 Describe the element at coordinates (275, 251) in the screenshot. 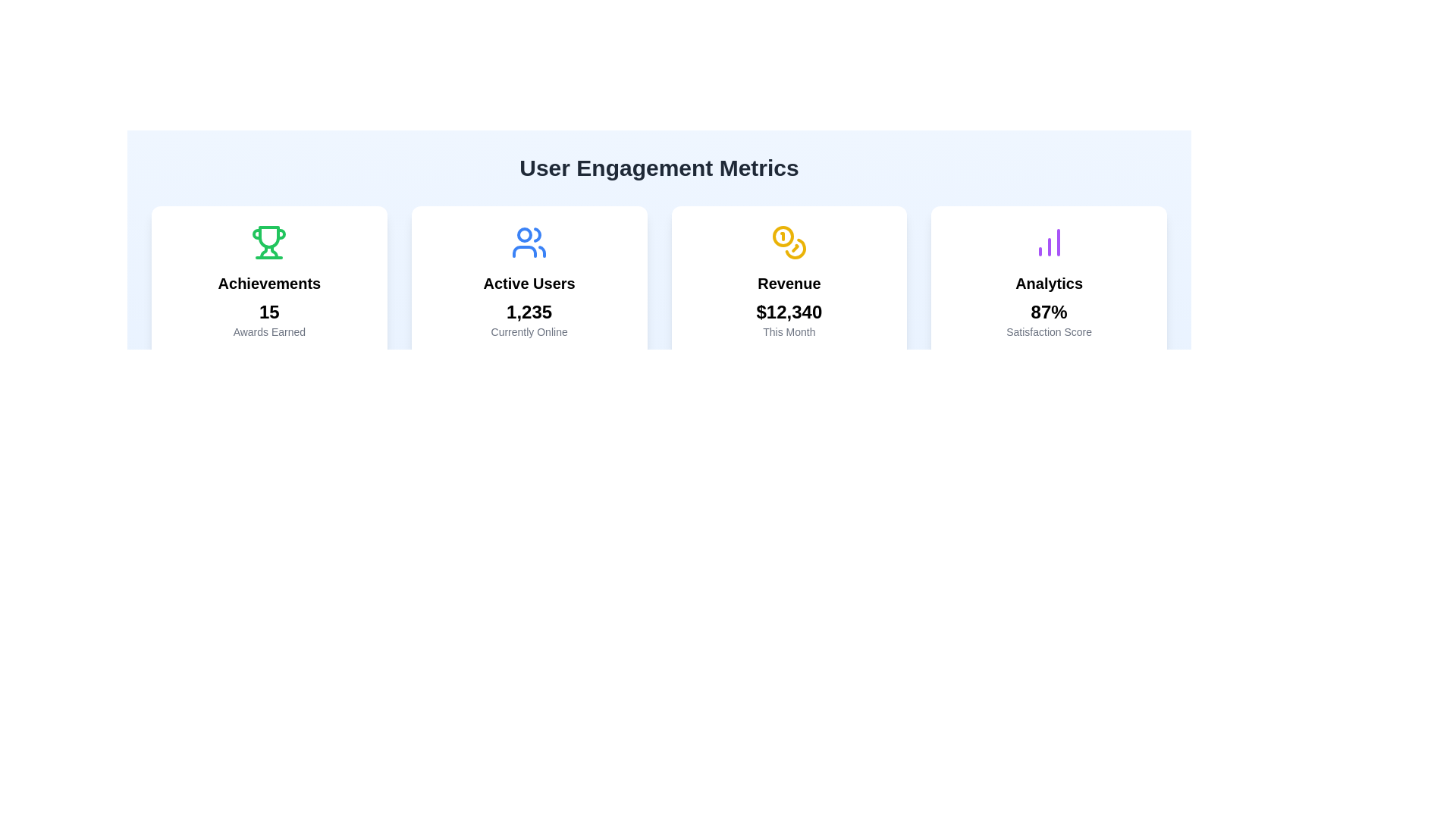

I see `the trophy icon by hovering over it, which is located in the 'Achievements' card within the 'User Engagement Metrics' section` at that location.